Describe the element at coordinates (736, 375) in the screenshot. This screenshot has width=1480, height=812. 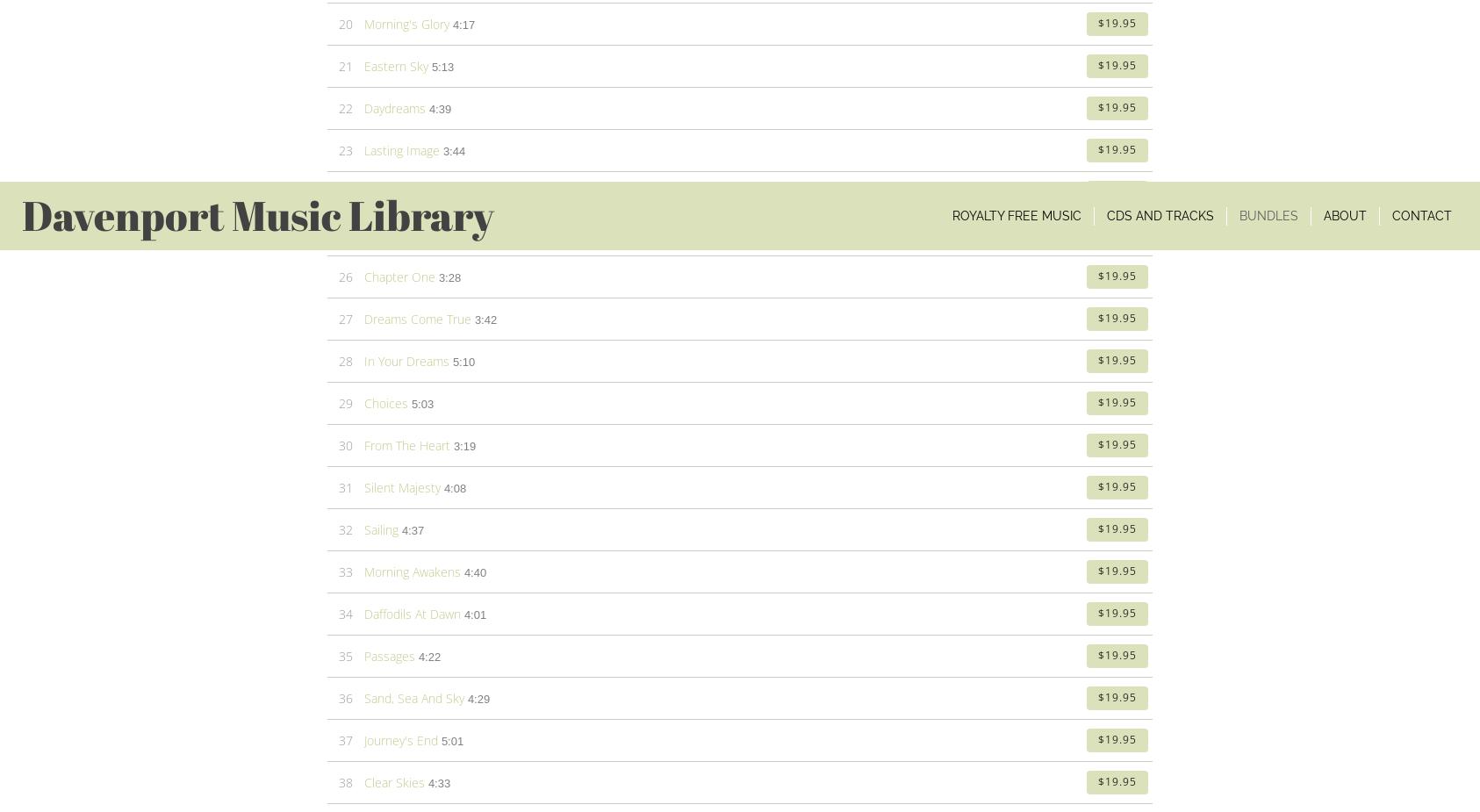
I see `'Review all tracks below. A download link will be received after order processing. If CDs are to be received, shipping information will sent by email.'` at that location.